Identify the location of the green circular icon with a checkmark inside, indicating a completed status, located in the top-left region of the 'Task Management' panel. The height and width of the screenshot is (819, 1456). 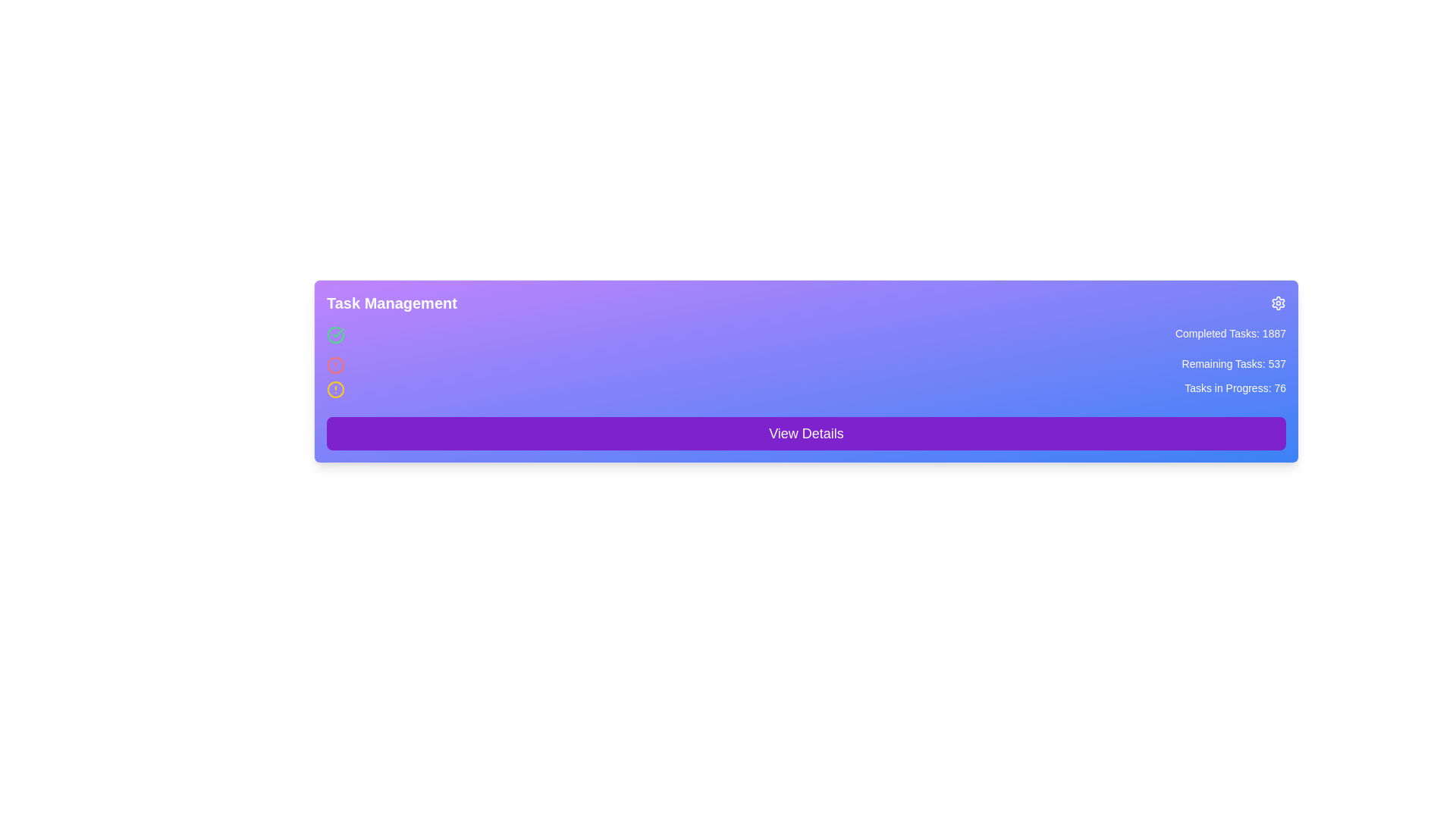
(334, 334).